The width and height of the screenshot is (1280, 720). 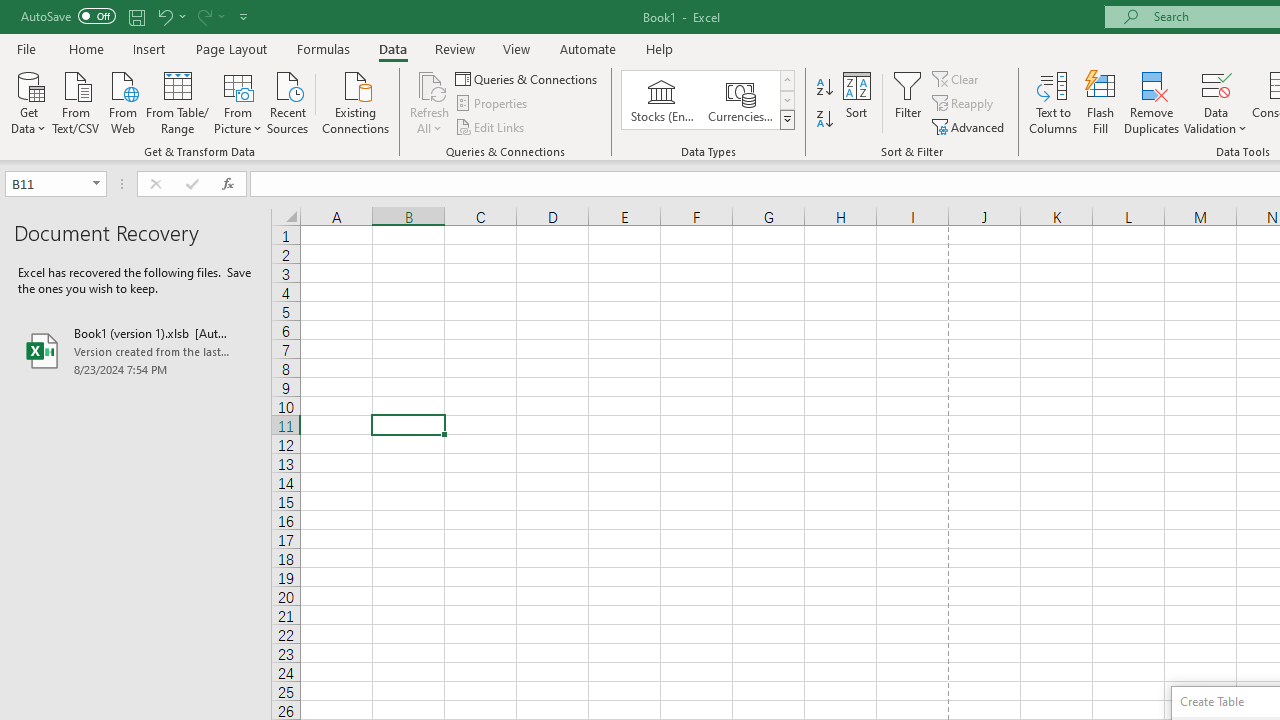 I want to click on 'AutomationID: ConvertToLinkedEntity', so click(x=708, y=100).